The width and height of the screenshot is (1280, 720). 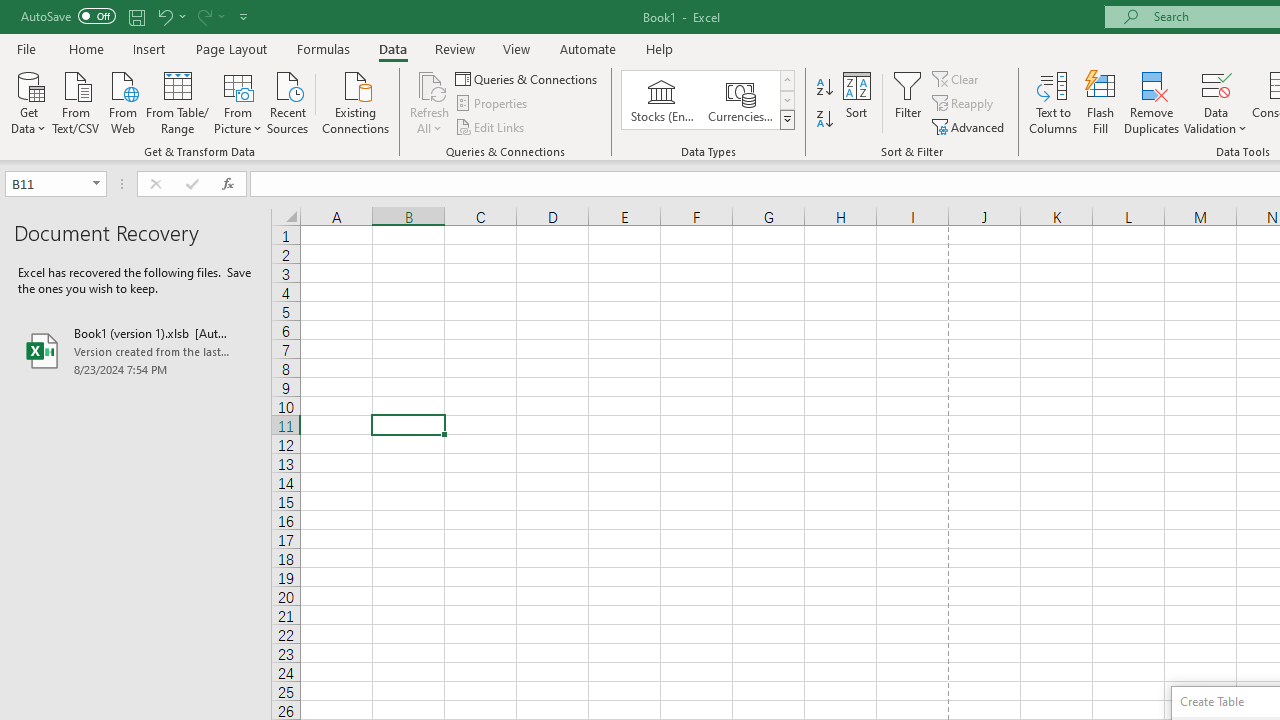 I want to click on 'AutomationID: ConvertToLinkedEntity', so click(x=708, y=100).